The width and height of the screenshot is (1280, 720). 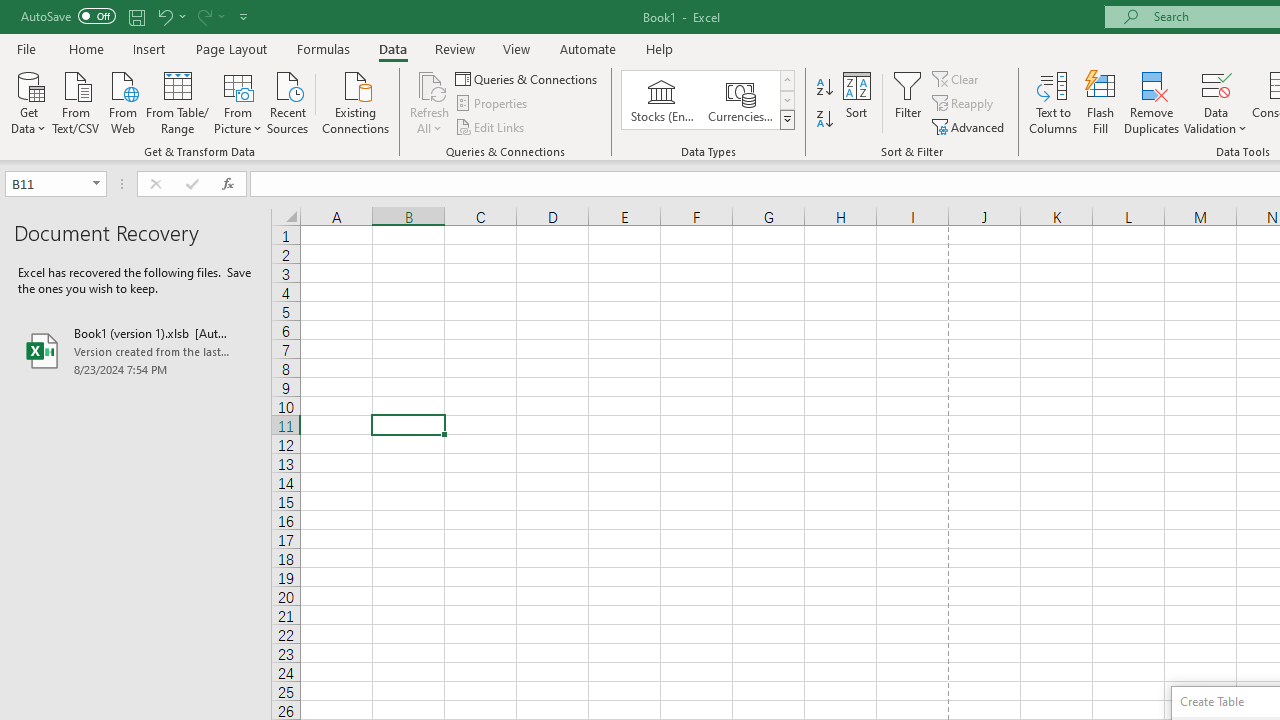 I want to click on 'AutomationID: ConvertToLinkedEntity', so click(x=708, y=100).